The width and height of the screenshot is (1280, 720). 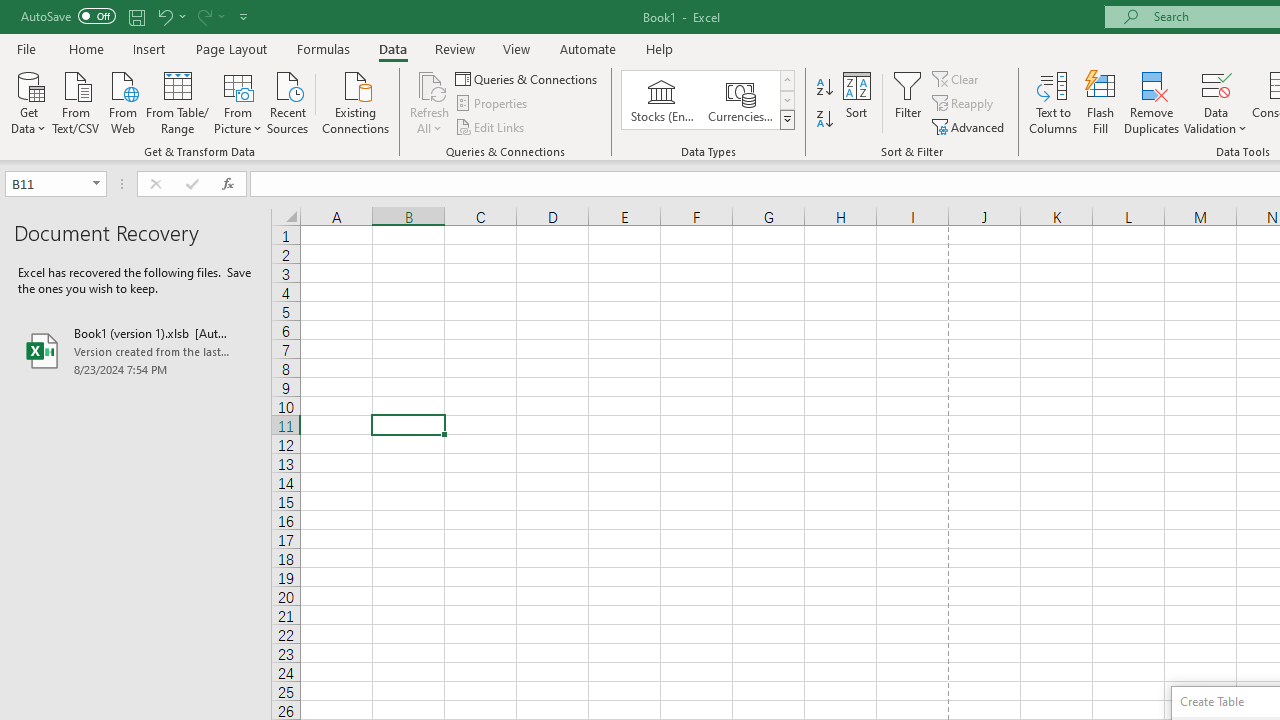 I want to click on 'AutomationID: ConvertToLinkedEntity', so click(x=708, y=100).